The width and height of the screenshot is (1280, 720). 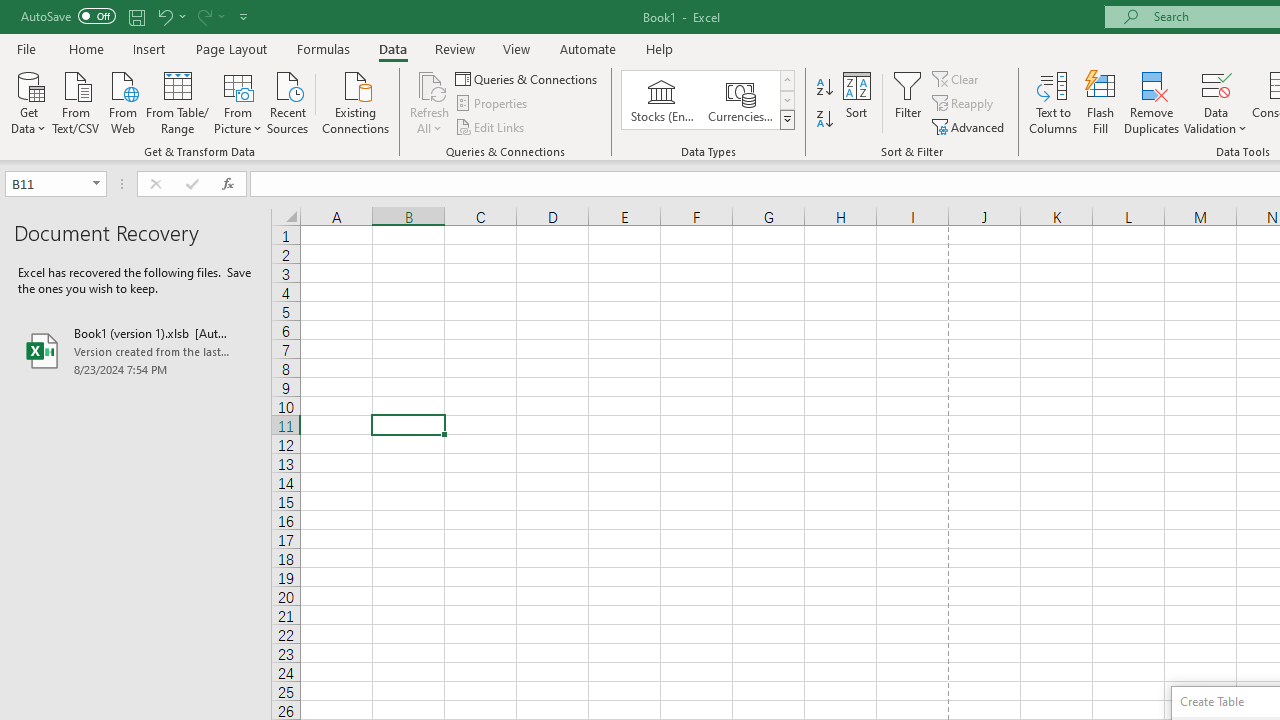 I want to click on 'AutomationID: ConvertToLinkedEntity', so click(x=708, y=100).